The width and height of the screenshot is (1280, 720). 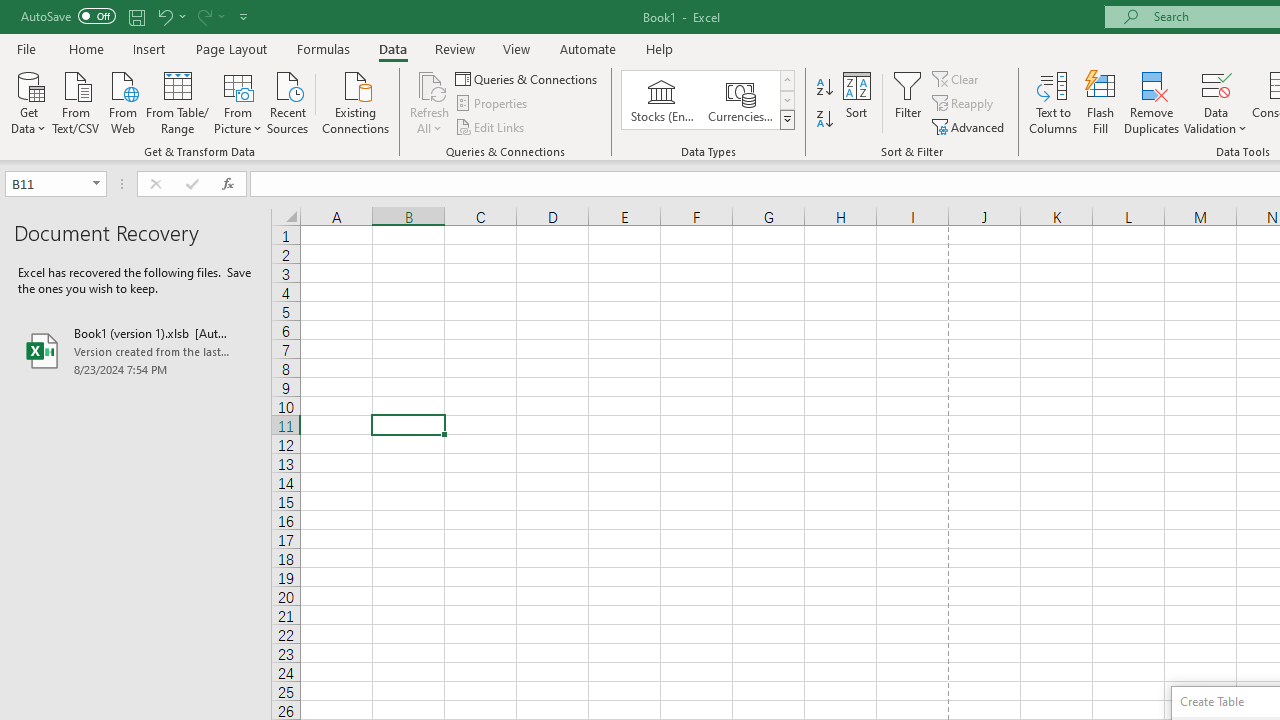 I want to click on 'AutomationID: ConvertToLinkedEntity', so click(x=708, y=100).